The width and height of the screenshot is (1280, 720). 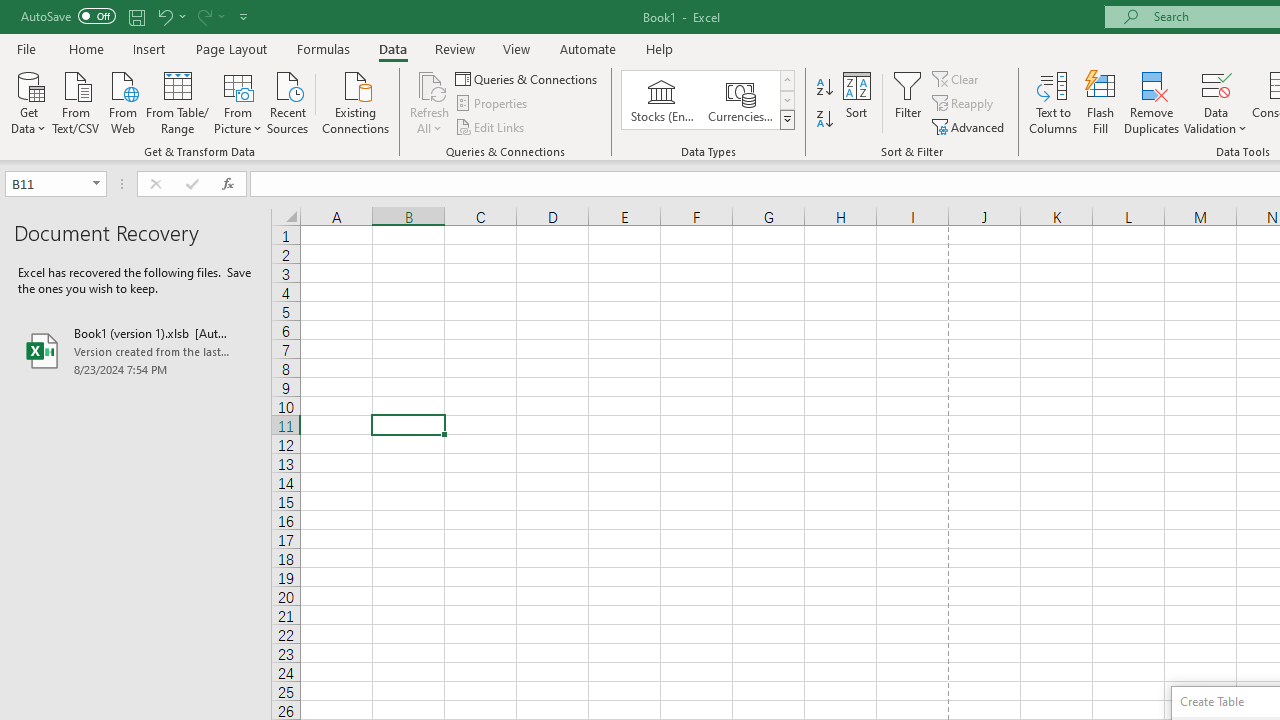 I want to click on 'AutomationID: ConvertToLinkedEntity', so click(x=708, y=100).